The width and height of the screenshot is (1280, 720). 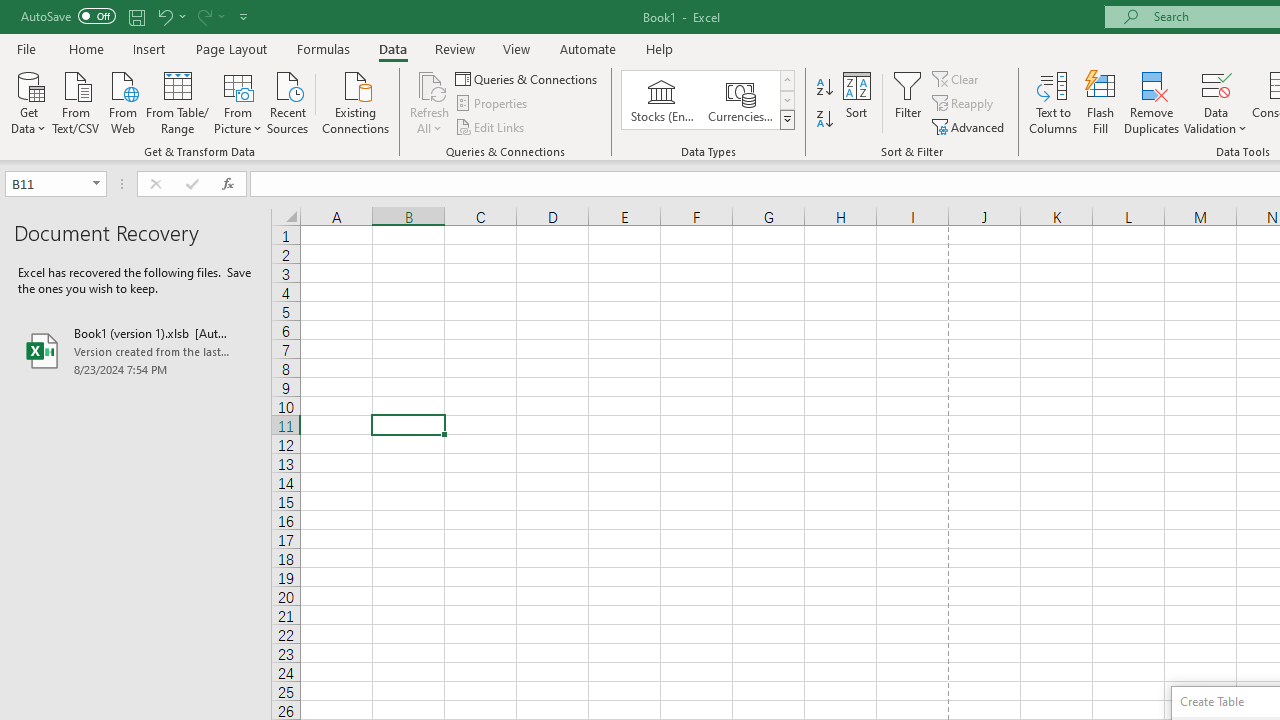 I want to click on 'AutomationID: ConvertToLinkedEntity', so click(x=708, y=100).